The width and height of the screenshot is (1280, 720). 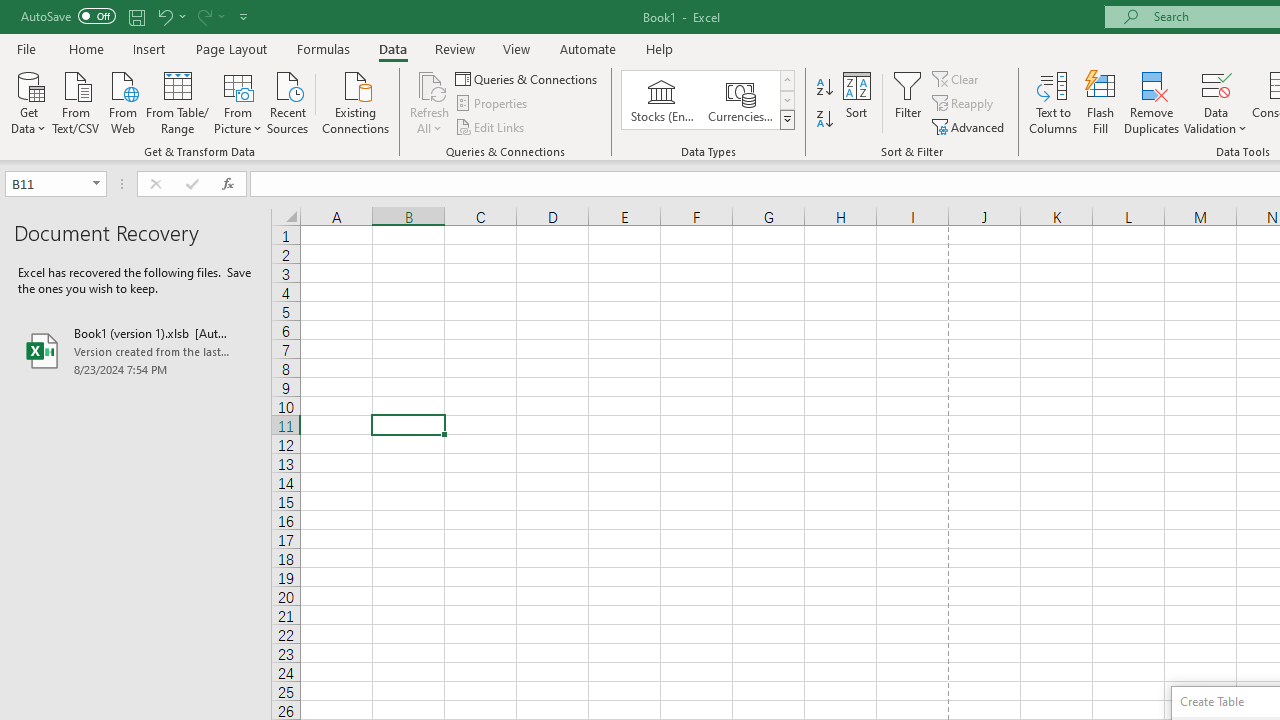 I want to click on 'AutomationID: ConvertToLinkedEntity', so click(x=708, y=100).